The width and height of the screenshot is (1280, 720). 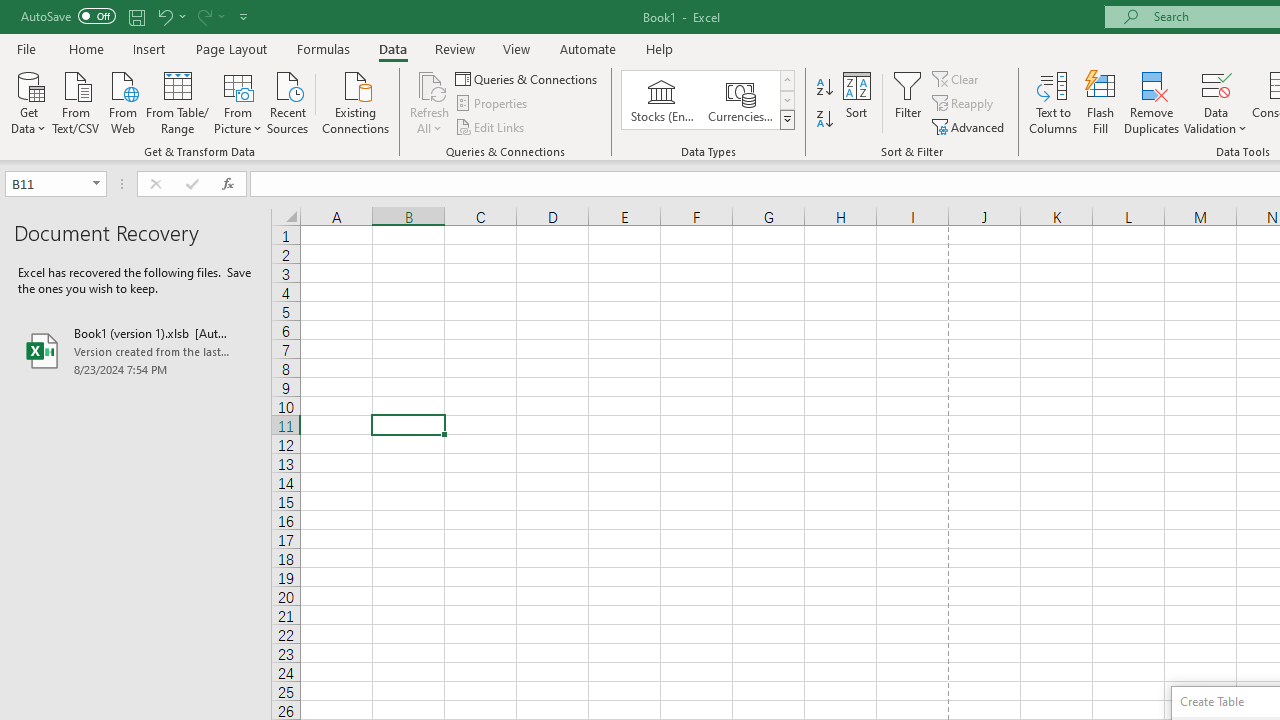 I want to click on 'AutomationID: ConvertToLinkedEntity', so click(x=708, y=100).